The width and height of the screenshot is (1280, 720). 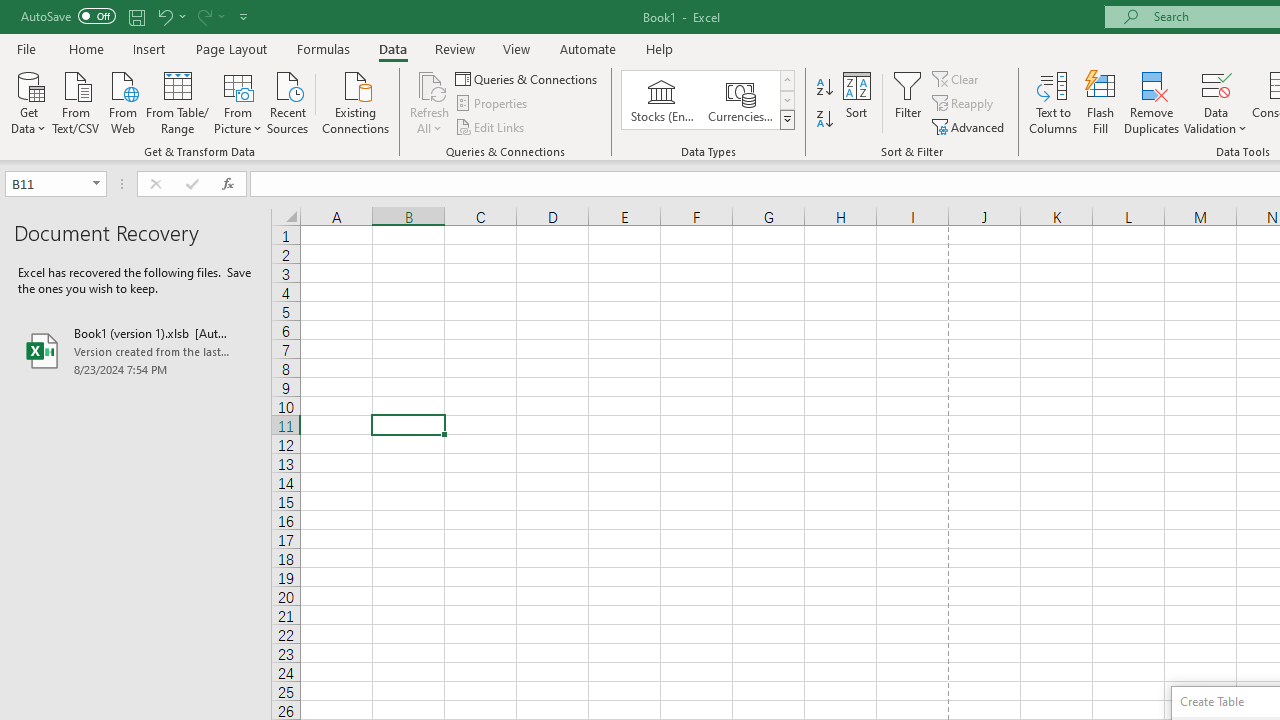 I want to click on 'AutomationID: ConvertToLinkedEntity', so click(x=708, y=100).